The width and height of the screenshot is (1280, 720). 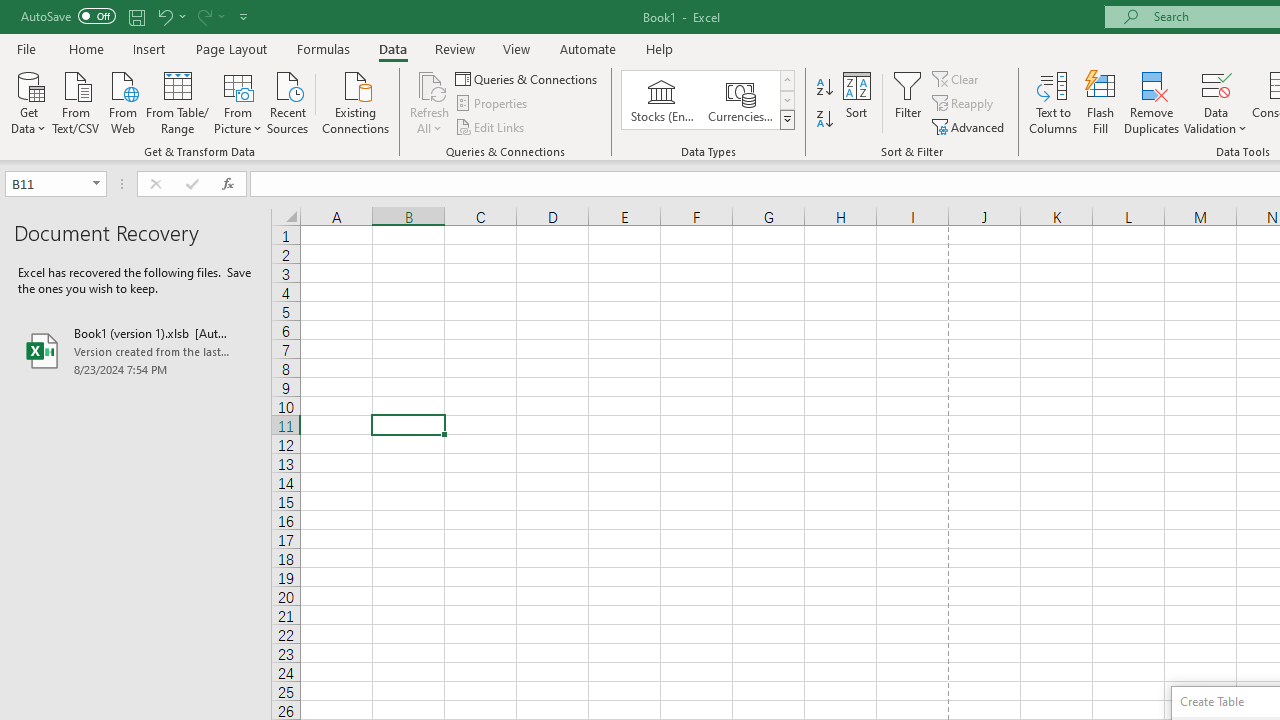 I want to click on 'AutomationID: ConvertToLinkedEntity', so click(x=708, y=100).